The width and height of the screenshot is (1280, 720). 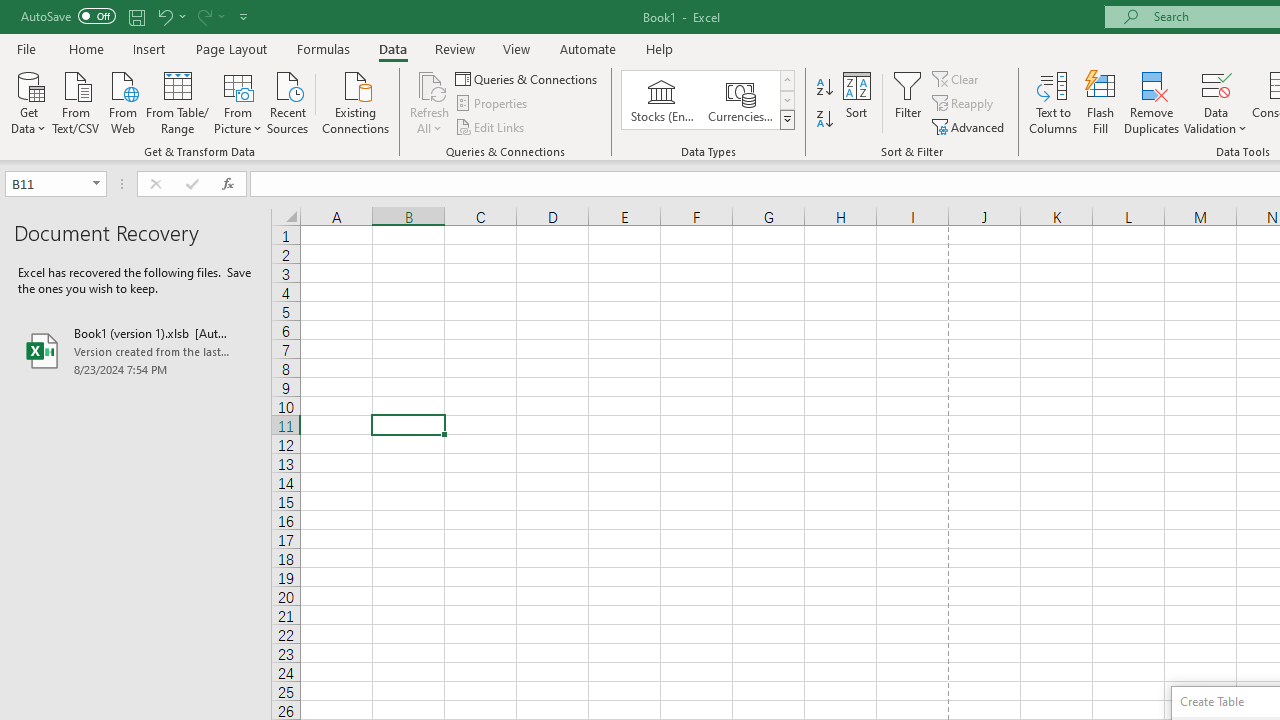 I want to click on 'AutomationID: ConvertToLinkedEntity', so click(x=708, y=100).